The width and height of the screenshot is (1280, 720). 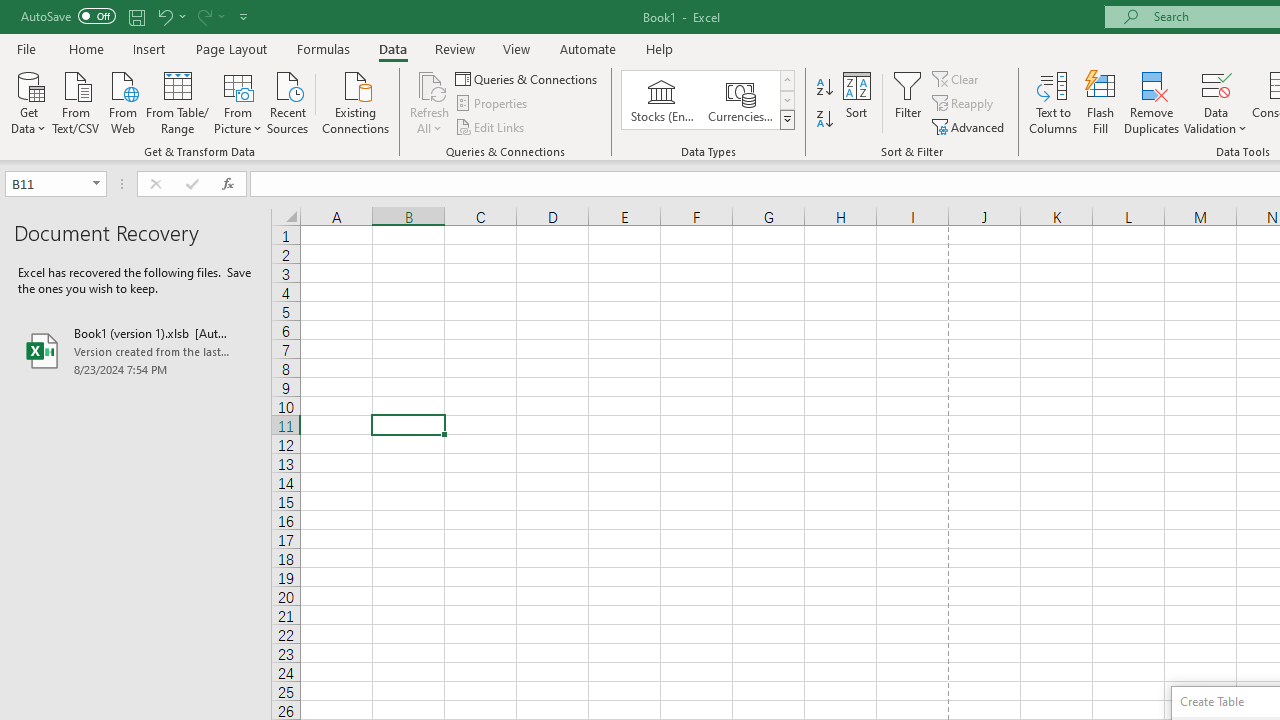 I want to click on 'AutomationID: ConvertToLinkedEntity', so click(x=708, y=100).